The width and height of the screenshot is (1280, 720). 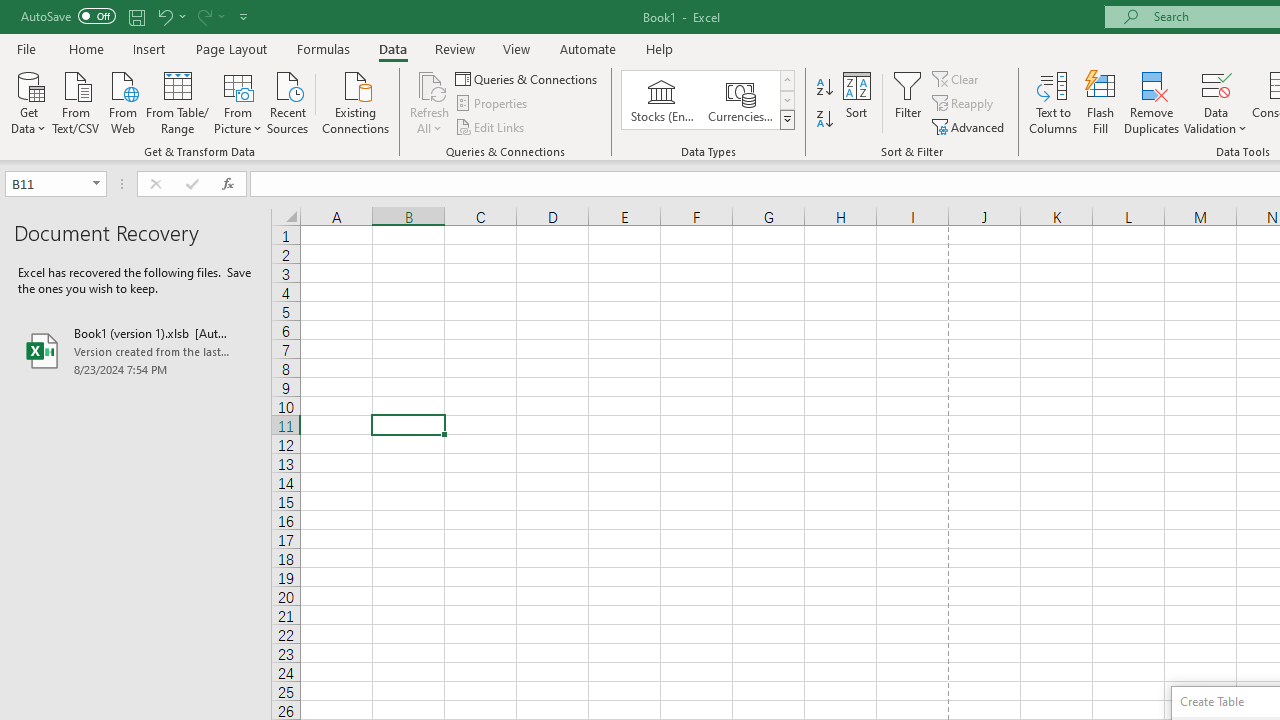 I want to click on 'AutomationID: ConvertToLinkedEntity', so click(x=708, y=100).